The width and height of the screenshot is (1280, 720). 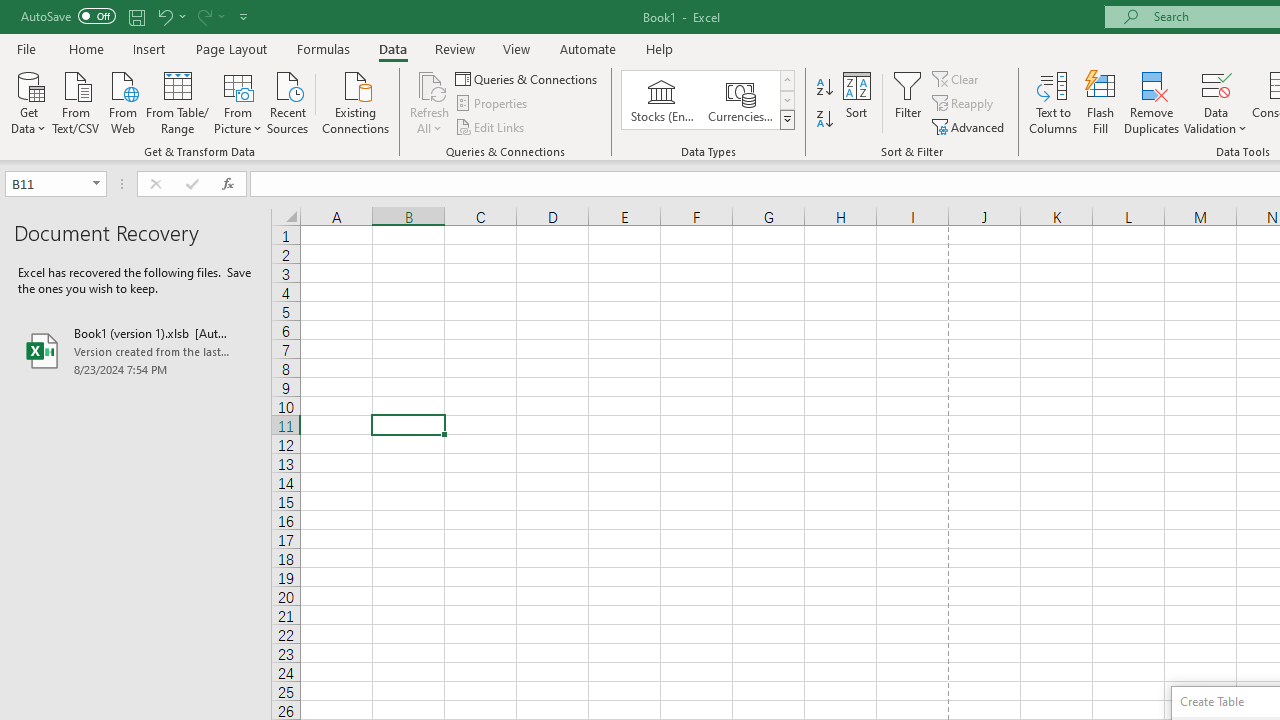 I want to click on 'AutomationID: ConvertToLinkedEntity', so click(x=708, y=100).